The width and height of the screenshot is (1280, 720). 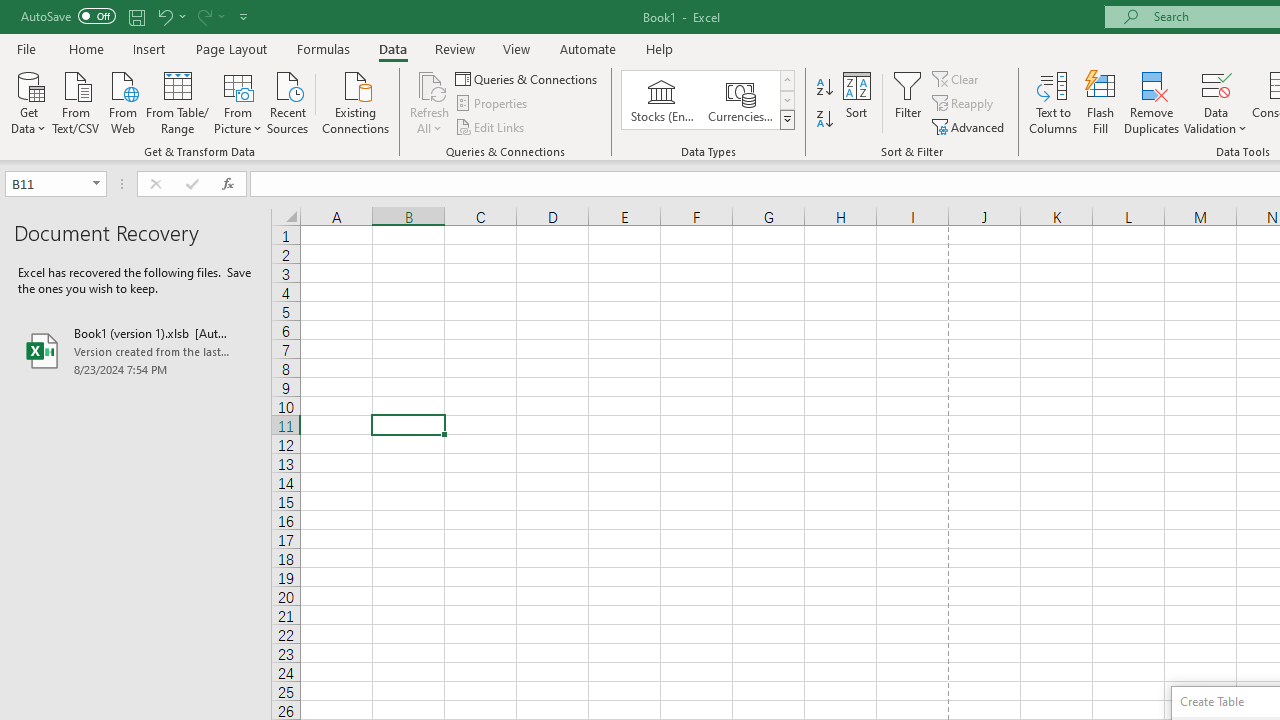 I want to click on 'AutomationID: ConvertToLinkedEntity', so click(x=708, y=100).